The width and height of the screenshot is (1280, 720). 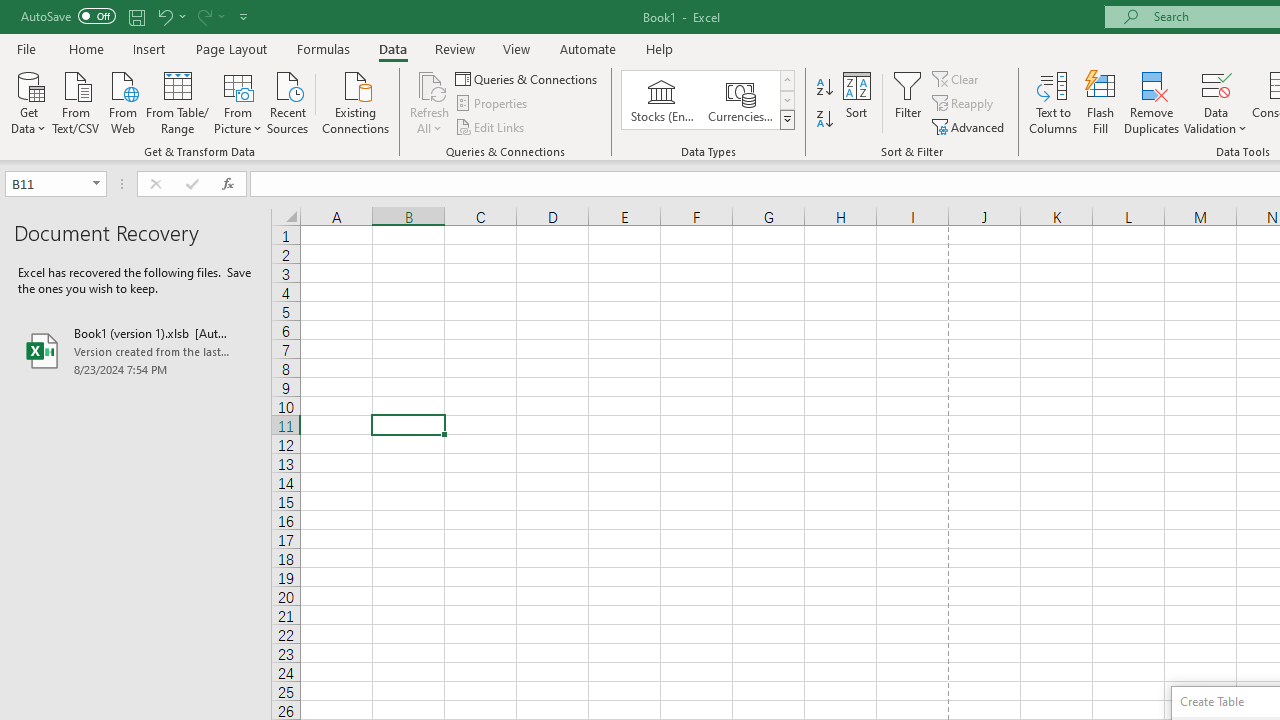 I want to click on 'AutomationID: ConvertToLinkedEntity', so click(x=708, y=100).